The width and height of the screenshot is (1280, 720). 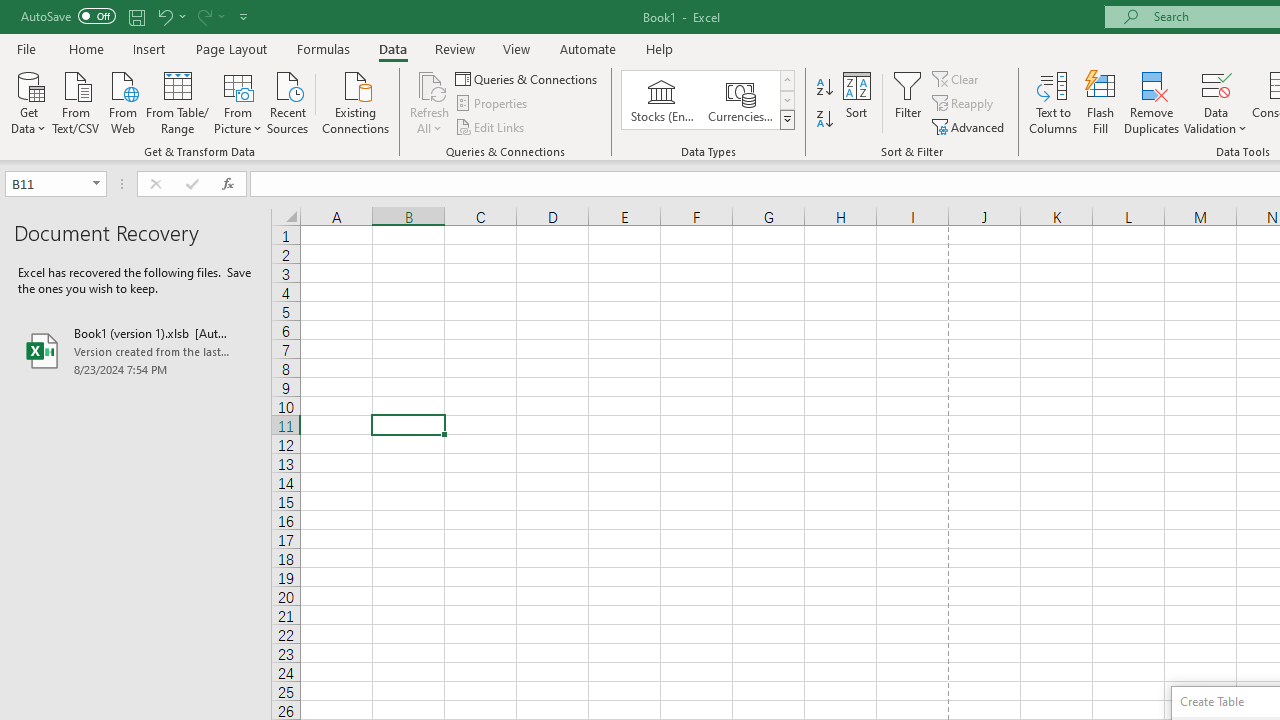 I want to click on 'AutomationID: ConvertToLinkedEntity', so click(x=708, y=100).